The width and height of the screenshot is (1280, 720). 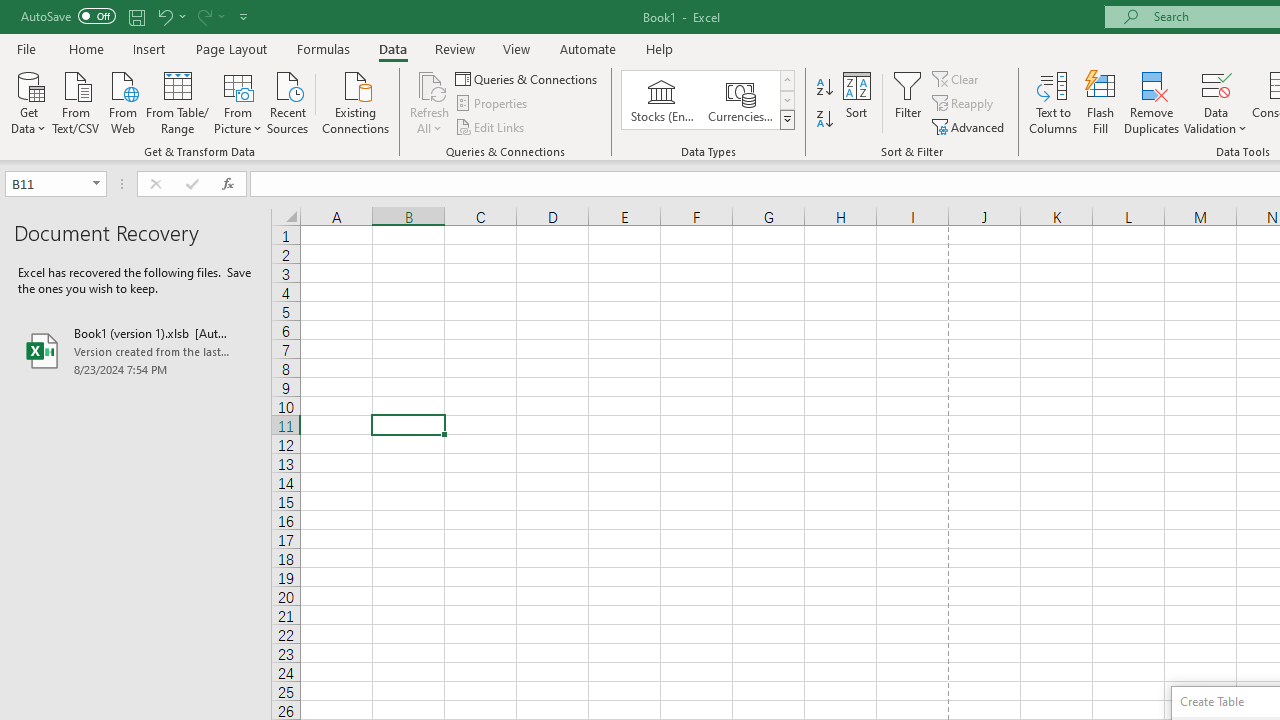 I want to click on 'AutomationID: ConvertToLinkedEntity', so click(x=708, y=100).